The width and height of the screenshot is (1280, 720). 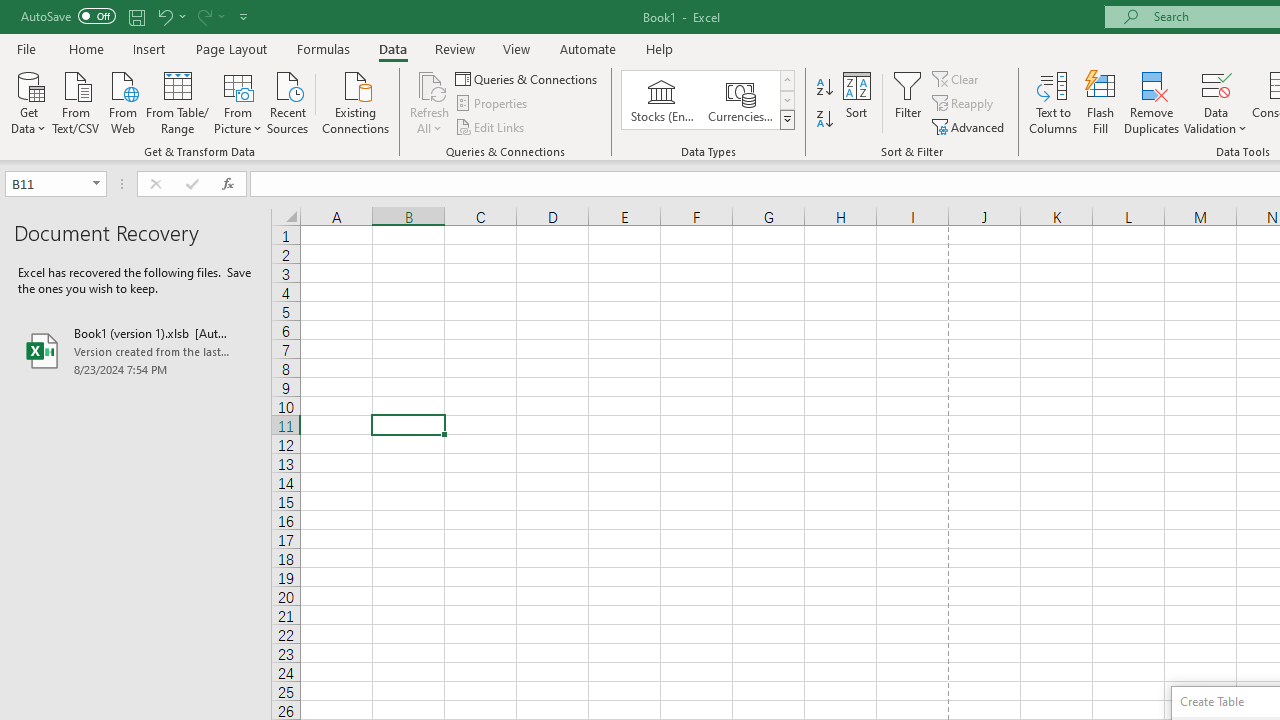 I want to click on 'AutomationID: ConvertToLinkedEntity', so click(x=708, y=100).